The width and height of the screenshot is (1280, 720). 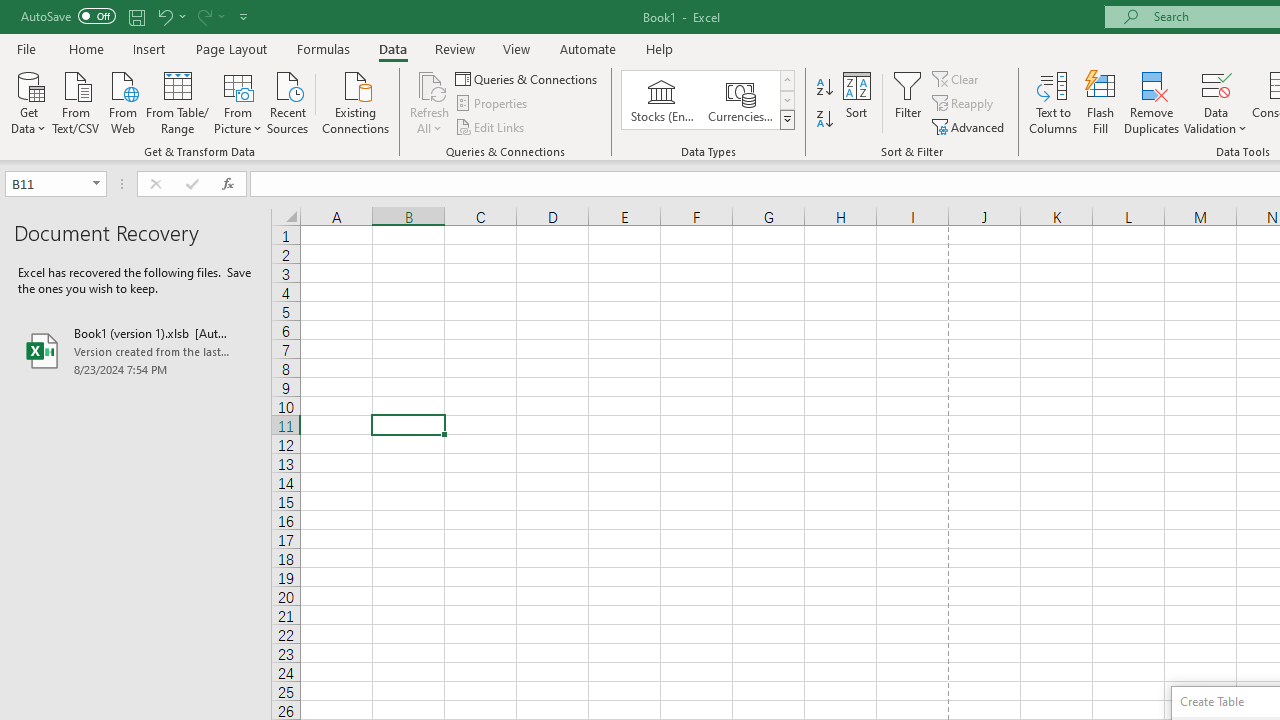 I want to click on 'AutomationID: ConvertToLinkedEntity', so click(x=708, y=100).